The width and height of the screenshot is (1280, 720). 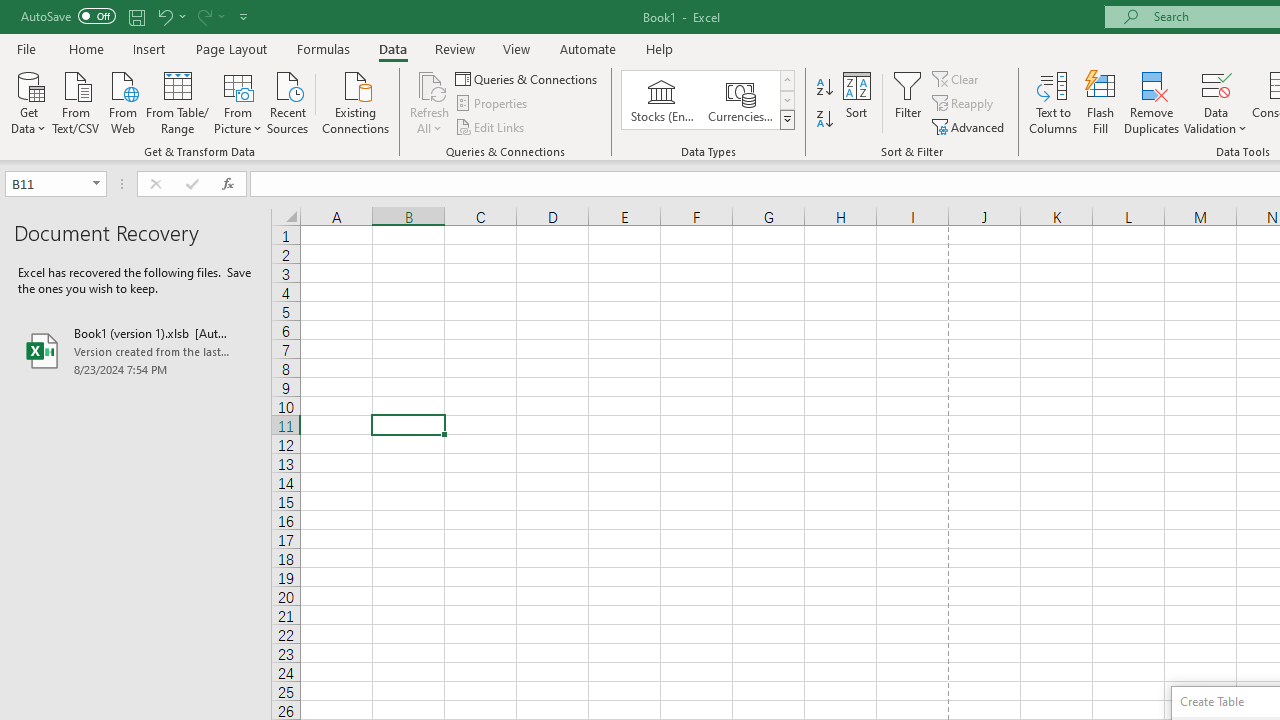 I want to click on 'AutomationID: ConvertToLinkedEntity', so click(x=708, y=100).